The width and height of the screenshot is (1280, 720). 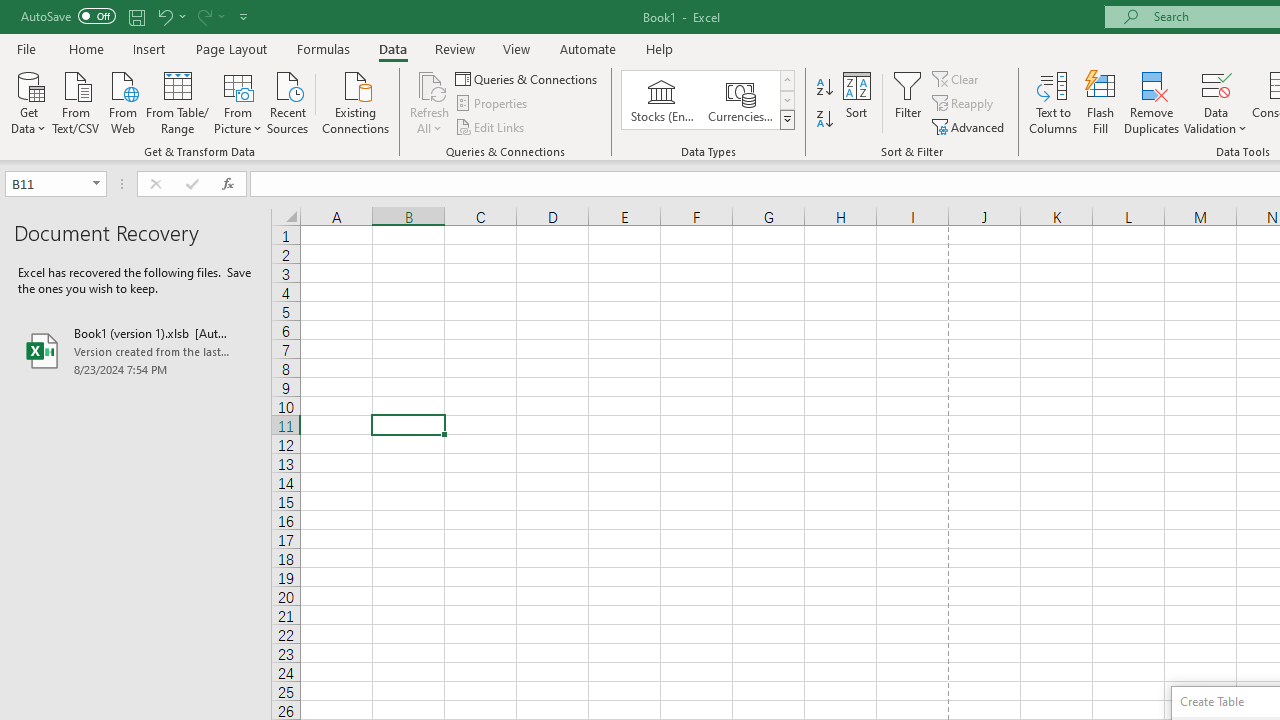 I want to click on 'AutomationID: ConvertToLinkedEntity', so click(x=708, y=100).